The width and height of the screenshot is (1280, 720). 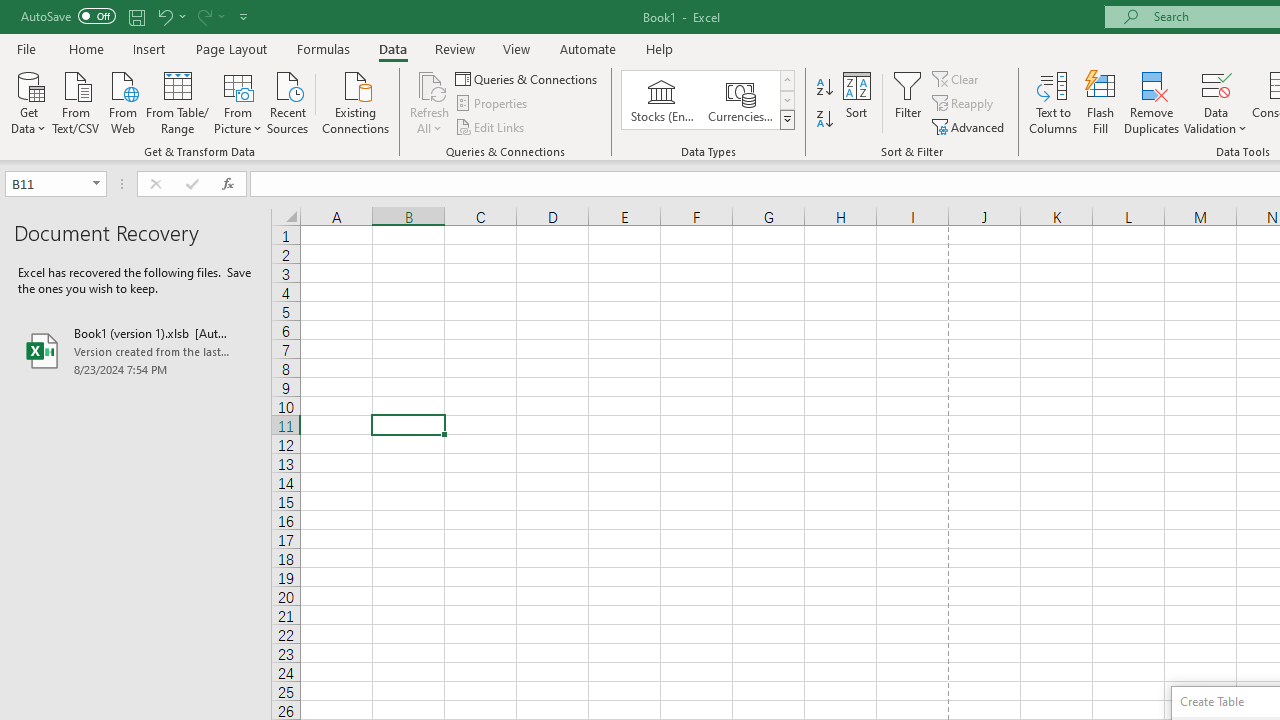 I want to click on 'AutomationID: ConvertToLinkedEntity', so click(x=708, y=100).